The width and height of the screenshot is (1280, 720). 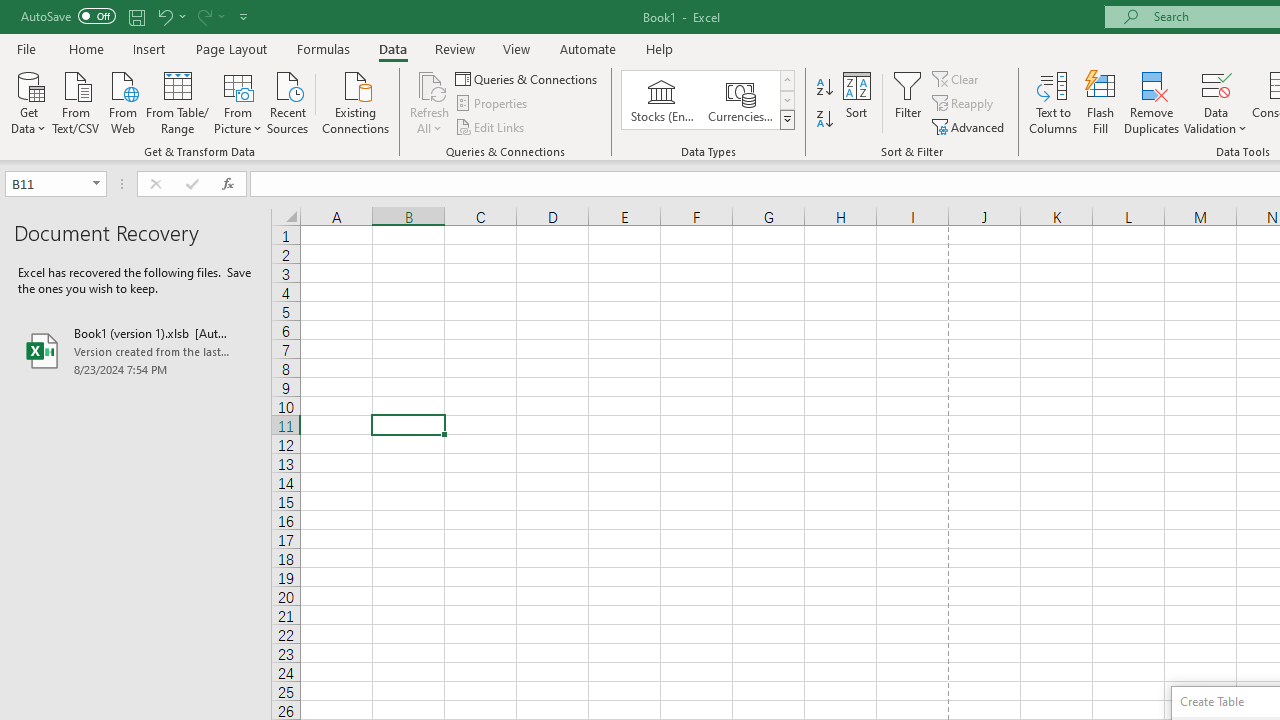 I want to click on 'AutomationID: ConvertToLinkedEntity', so click(x=708, y=100).